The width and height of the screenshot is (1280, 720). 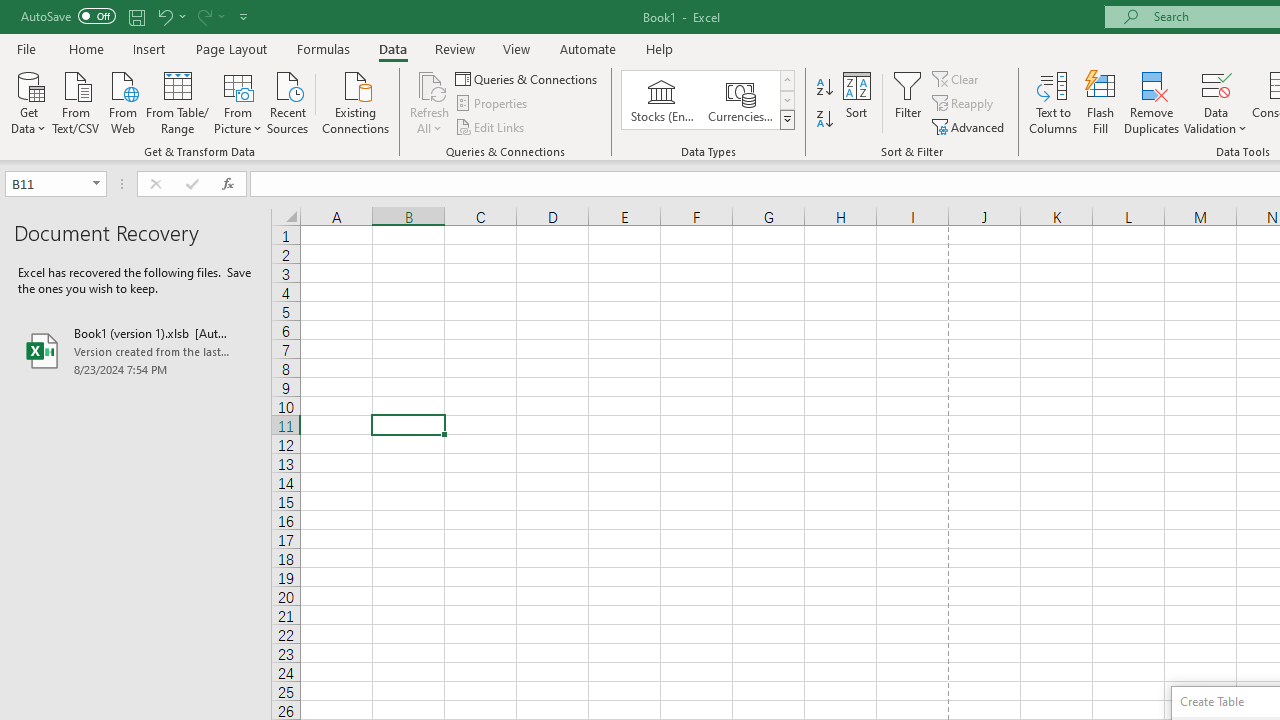 I want to click on 'AutomationID: ConvertToLinkedEntity', so click(x=708, y=100).